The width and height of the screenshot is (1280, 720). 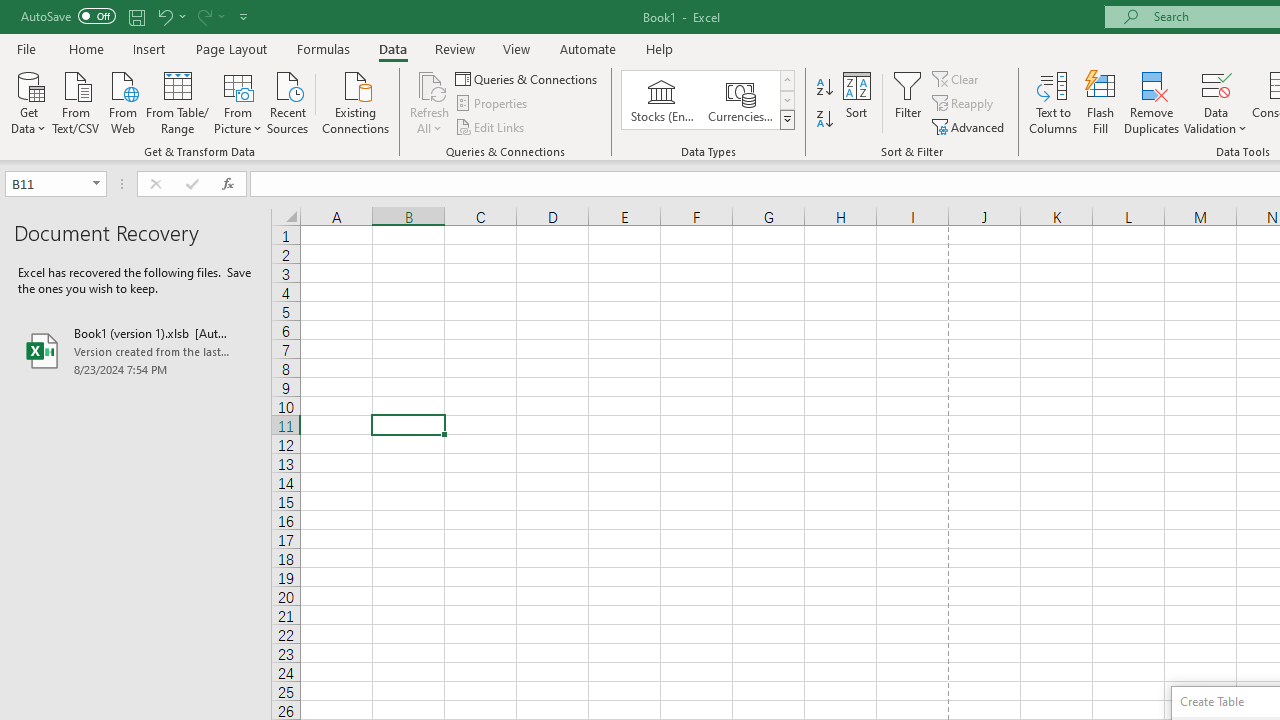 I want to click on 'AutomationID: ConvertToLinkedEntity', so click(x=708, y=100).